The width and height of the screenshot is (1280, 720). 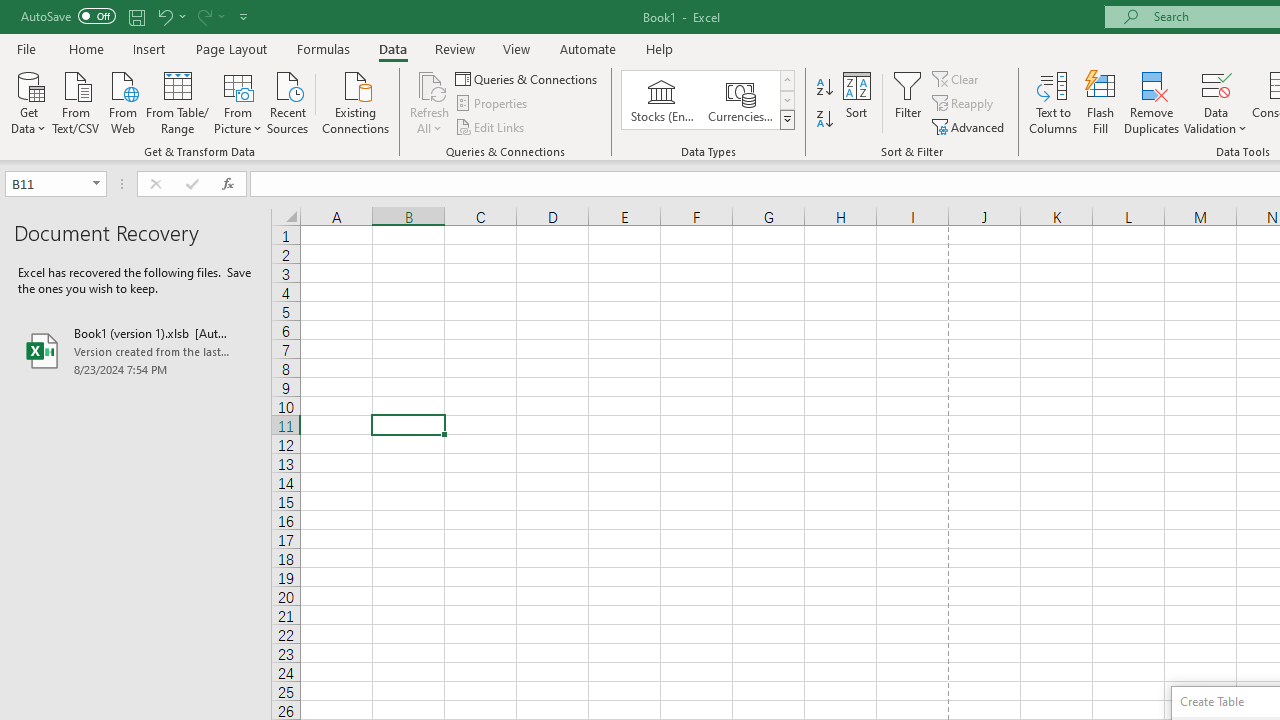 I want to click on 'AutomationID: ConvertToLinkedEntity', so click(x=708, y=100).